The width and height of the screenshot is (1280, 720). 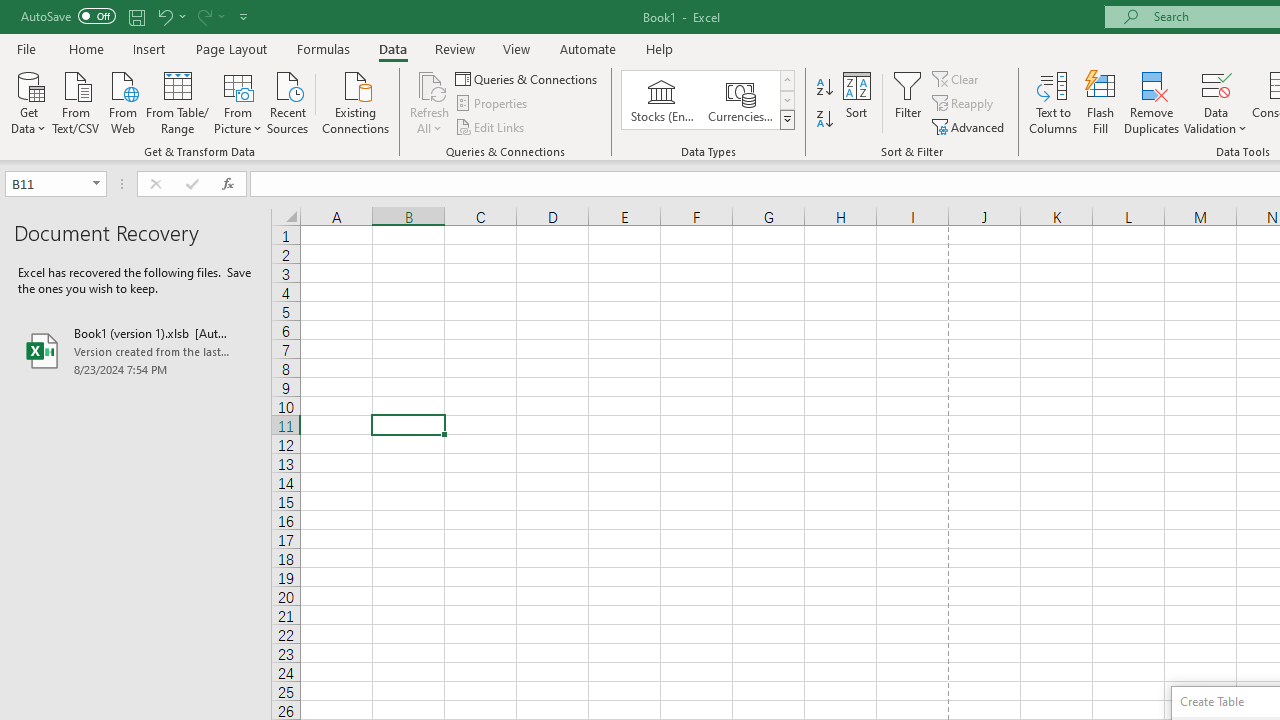 I want to click on 'AutomationID: ConvertToLinkedEntity', so click(x=708, y=100).